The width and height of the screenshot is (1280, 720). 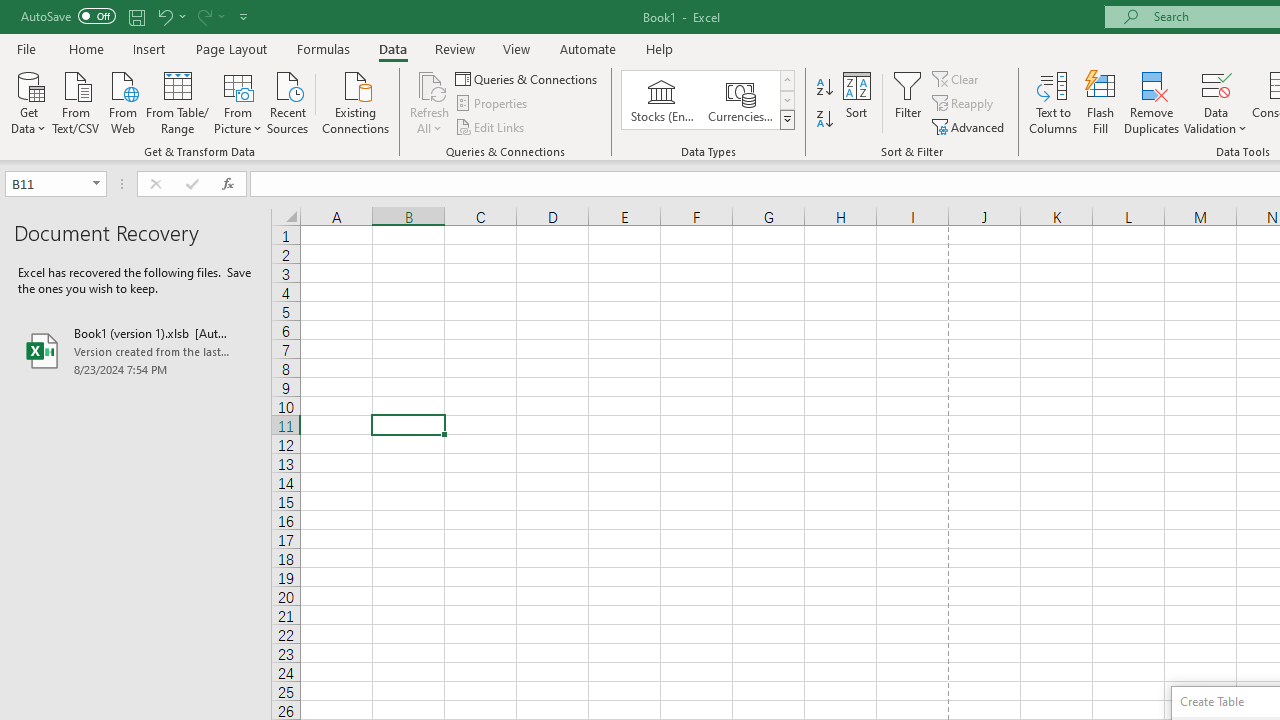 I want to click on 'AutomationID: ConvertToLinkedEntity', so click(x=708, y=100).